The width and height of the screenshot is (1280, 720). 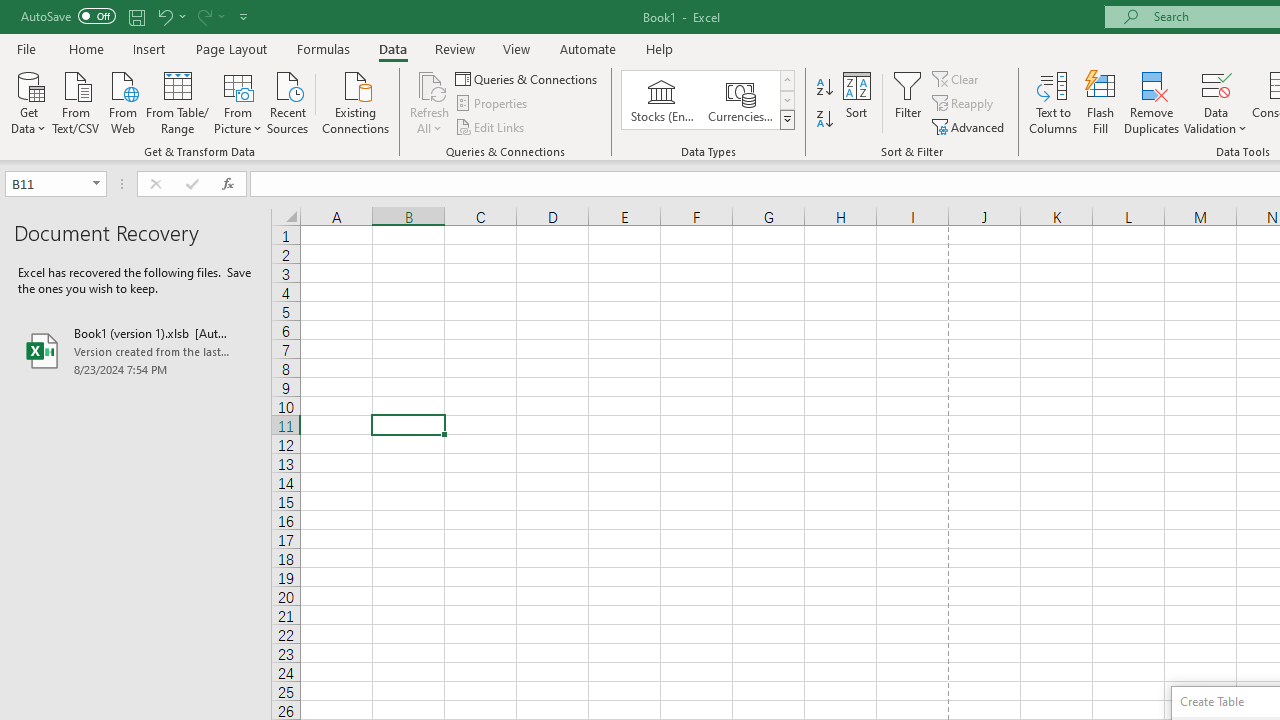 I want to click on 'AutomationID: ConvertToLinkedEntity', so click(x=708, y=100).